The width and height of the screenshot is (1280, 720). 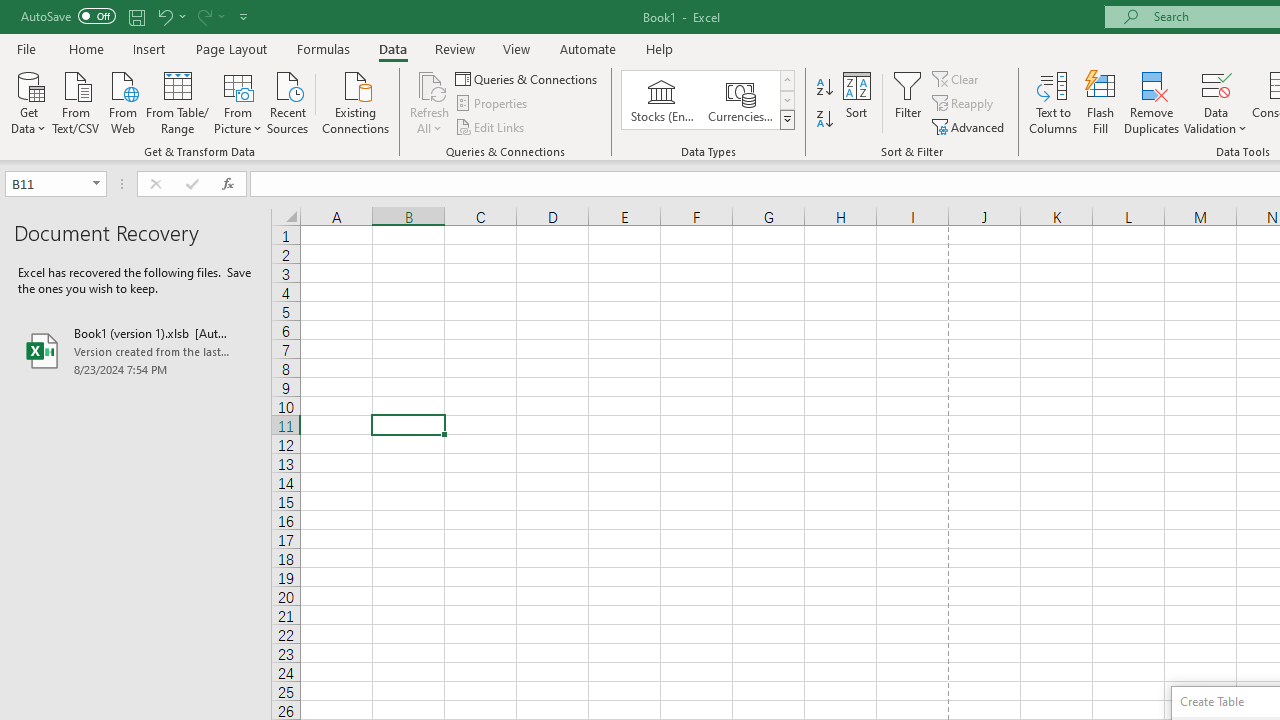 I want to click on 'AutomationID: ConvertToLinkedEntity', so click(x=708, y=100).